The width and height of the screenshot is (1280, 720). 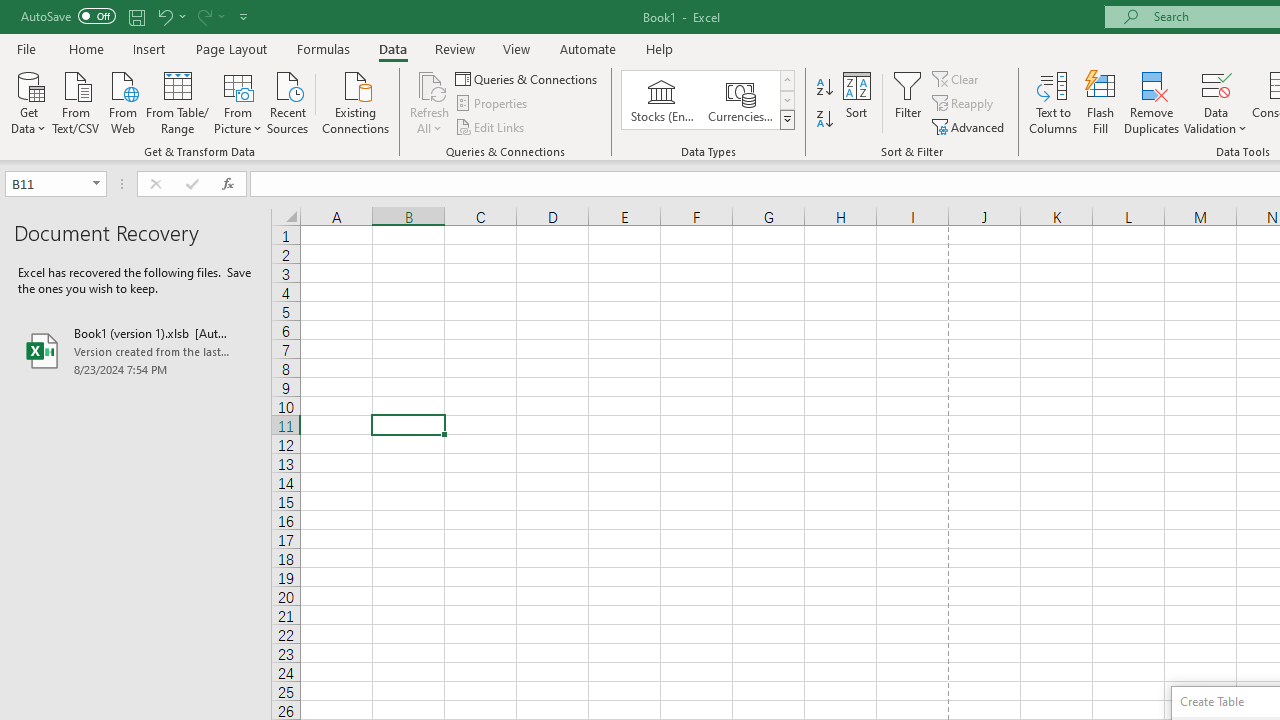 I want to click on 'AutomationID: ConvertToLinkedEntity', so click(x=708, y=100).